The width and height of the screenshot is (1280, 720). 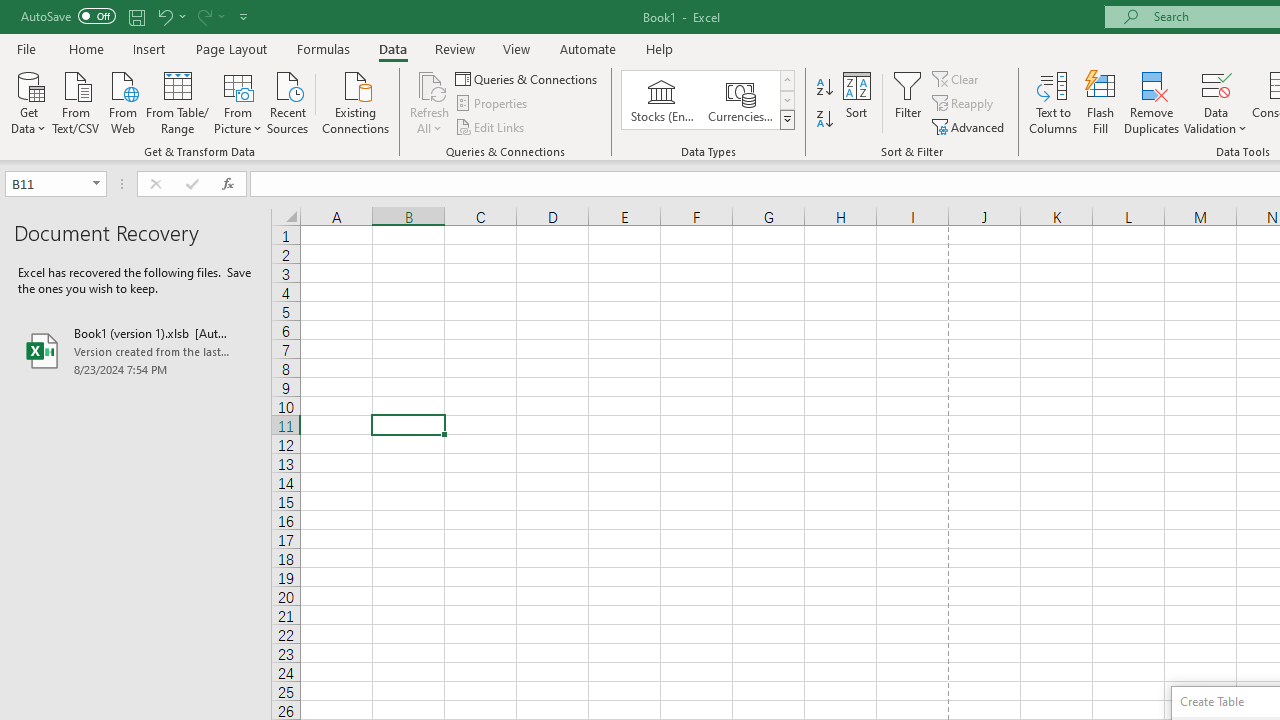 I want to click on 'AutomationID: ConvertToLinkedEntity', so click(x=708, y=100).